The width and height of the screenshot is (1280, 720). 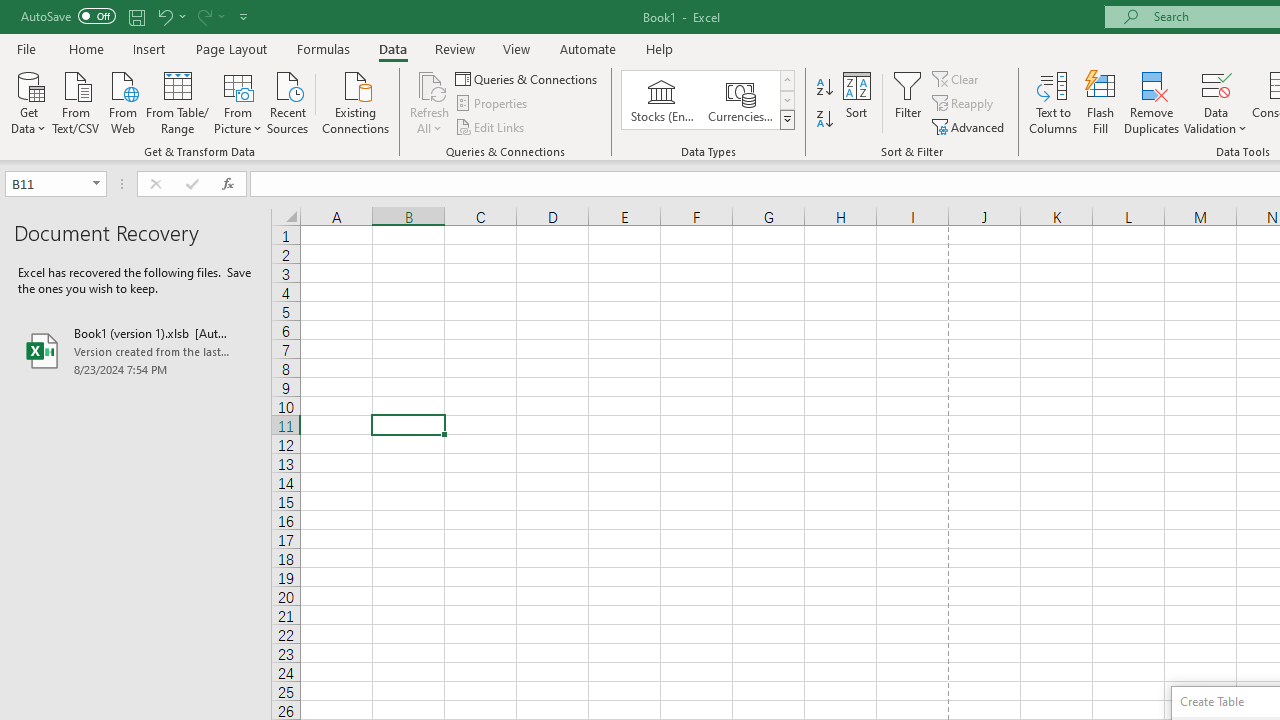 I want to click on 'AutomationID: ConvertToLinkedEntity', so click(x=708, y=100).